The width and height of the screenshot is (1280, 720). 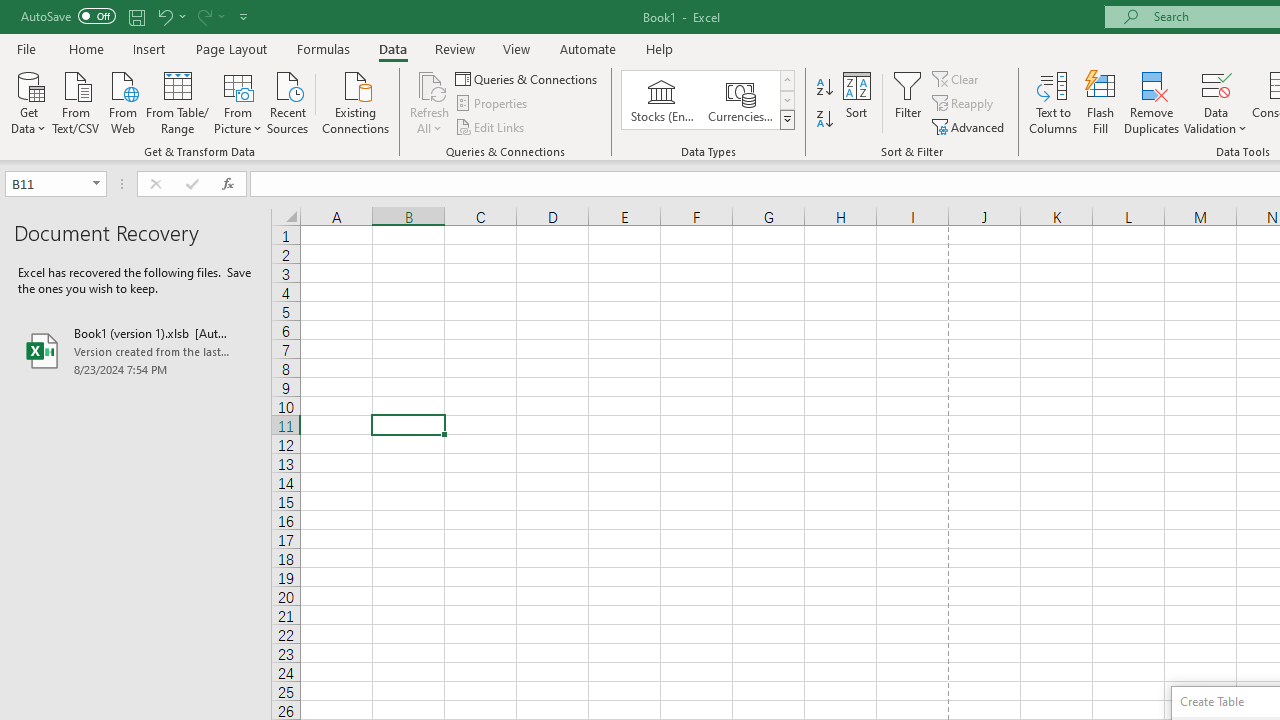 I want to click on 'AutomationID: ConvertToLinkedEntity', so click(x=708, y=100).